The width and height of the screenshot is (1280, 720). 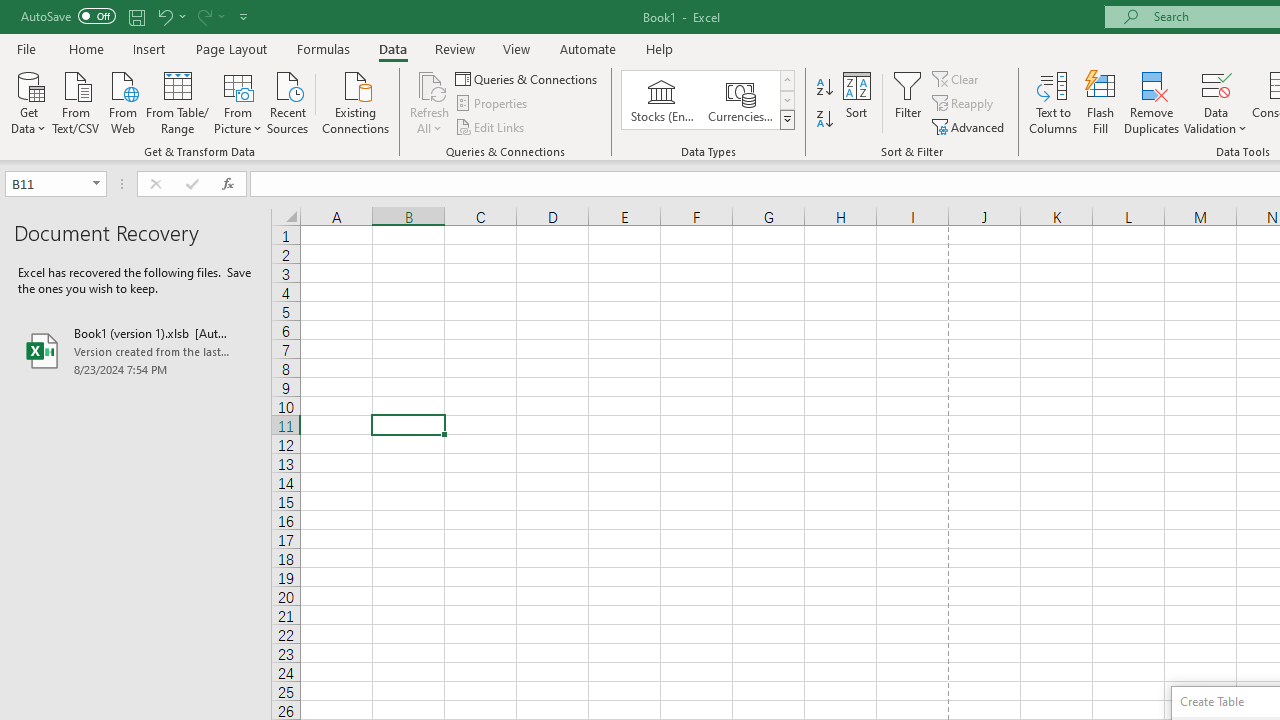 I want to click on 'AutomationID: ConvertToLinkedEntity', so click(x=708, y=100).